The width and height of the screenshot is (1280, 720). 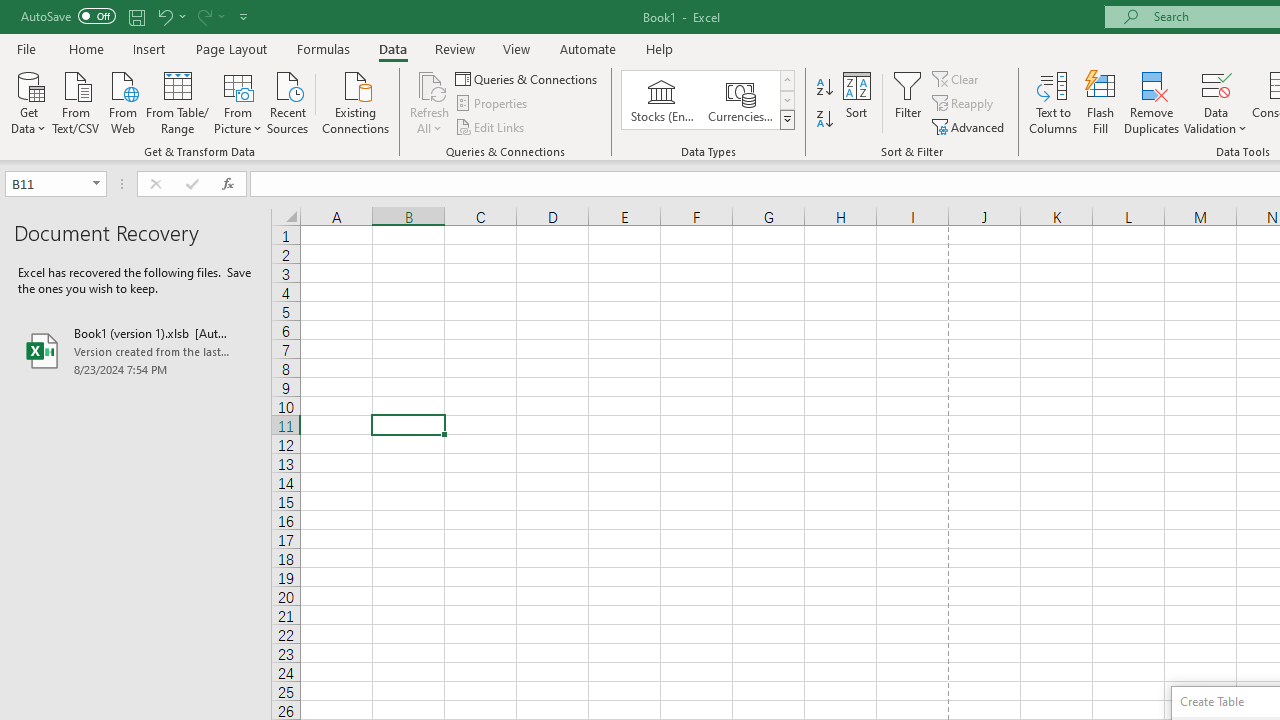 I want to click on 'AutomationID: ConvertToLinkedEntity', so click(x=708, y=100).